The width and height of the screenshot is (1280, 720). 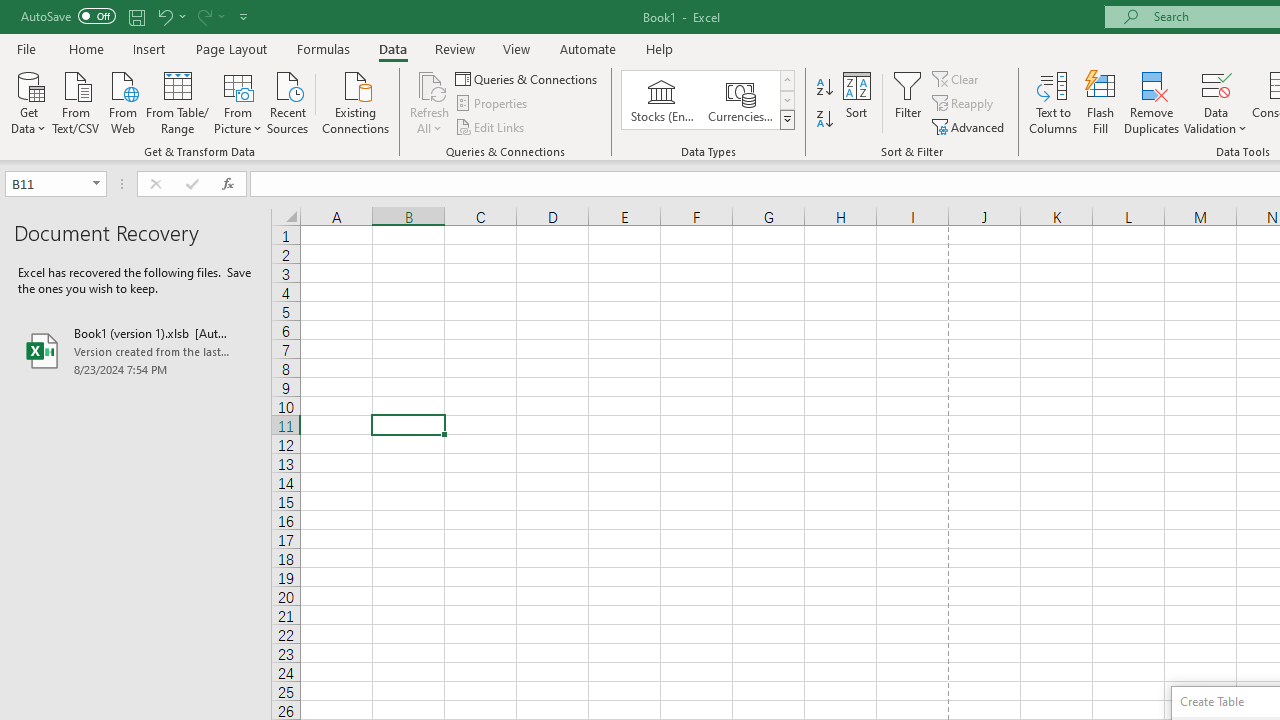 I want to click on 'AutomationID: ConvertToLinkedEntity', so click(x=708, y=100).